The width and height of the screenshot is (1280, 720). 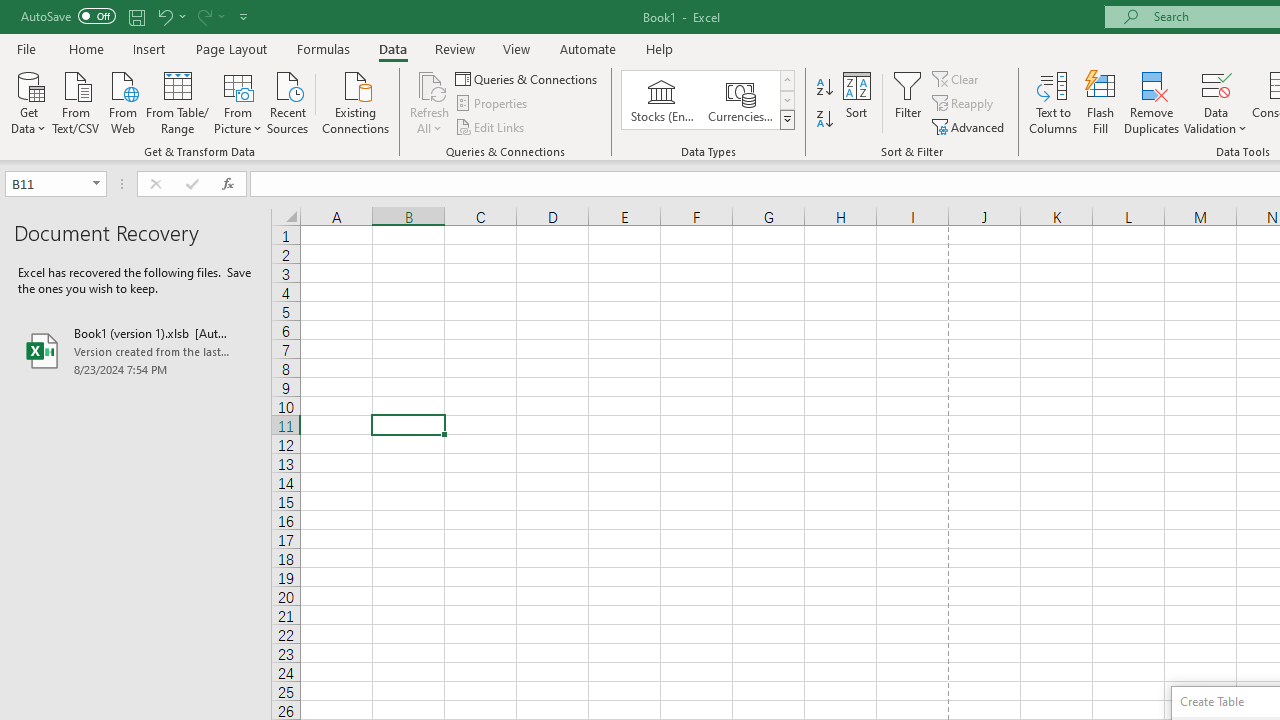 I want to click on 'AutomationID: ConvertToLinkedEntity', so click(x=708, y=100).